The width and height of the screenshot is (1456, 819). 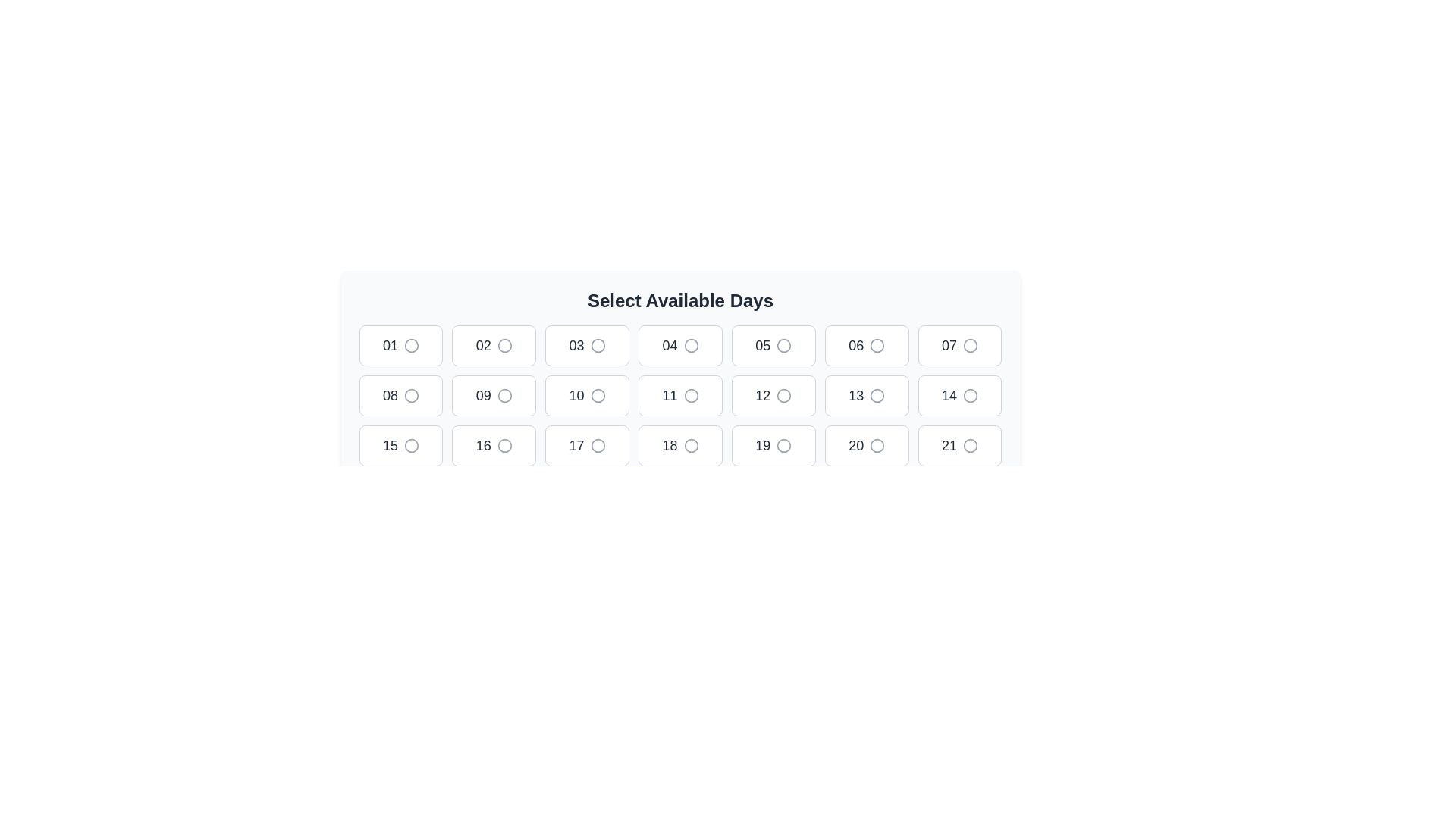 What do you see at coordinates (482, 345) in the screenshot?
I see `the Static Number Label displaying '02', which is styled in bold and medium-sized dark gray font, located in the second cell of the first row of the grid layout` at bounding box center [482, 345].